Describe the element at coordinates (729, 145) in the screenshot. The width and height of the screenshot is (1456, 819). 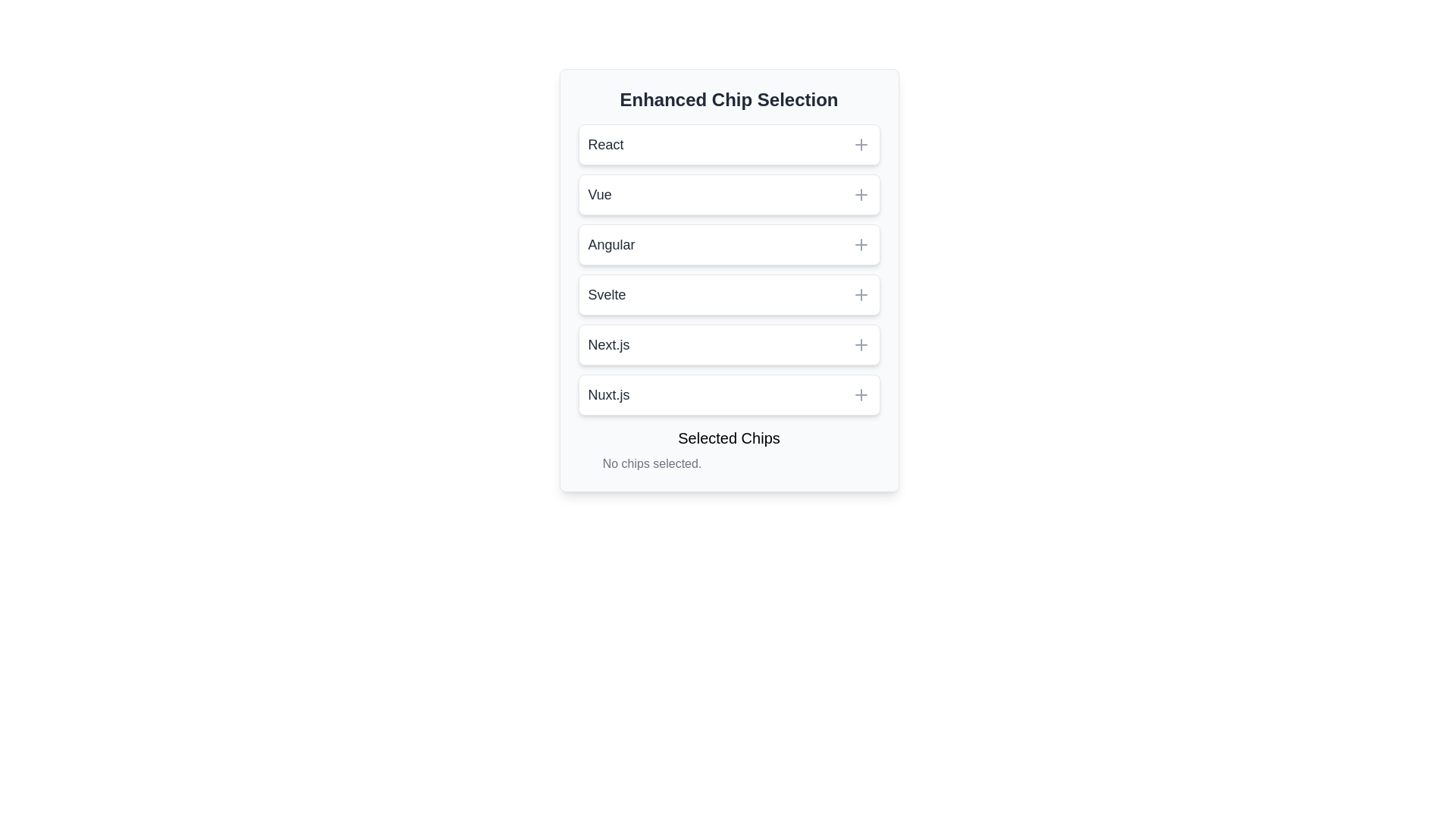
I see `the first interactive card representing the 'React' option` at that location.